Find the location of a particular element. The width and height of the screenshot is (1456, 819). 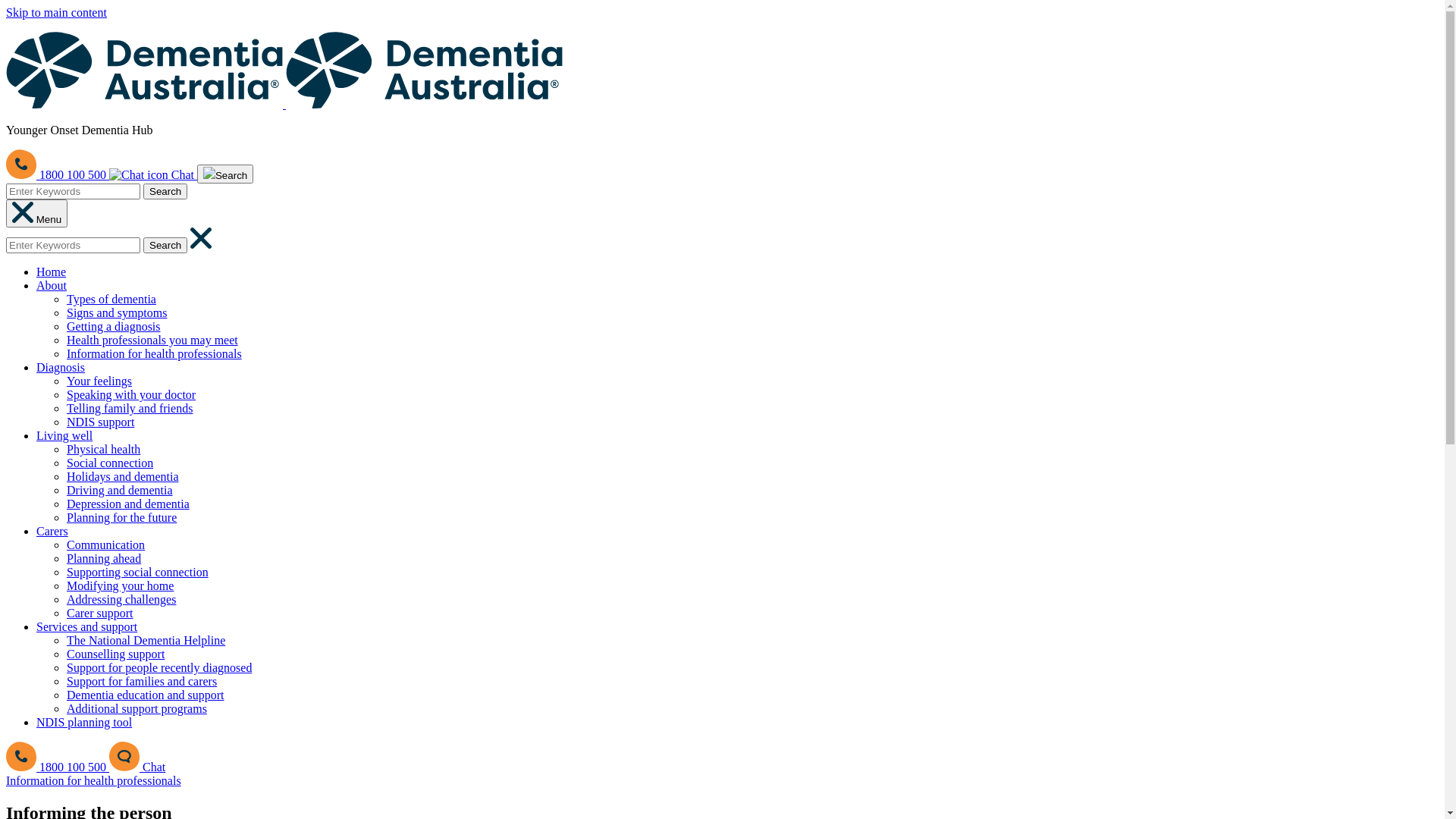

'Depression and dementia' is located at coordinates (127, 504).